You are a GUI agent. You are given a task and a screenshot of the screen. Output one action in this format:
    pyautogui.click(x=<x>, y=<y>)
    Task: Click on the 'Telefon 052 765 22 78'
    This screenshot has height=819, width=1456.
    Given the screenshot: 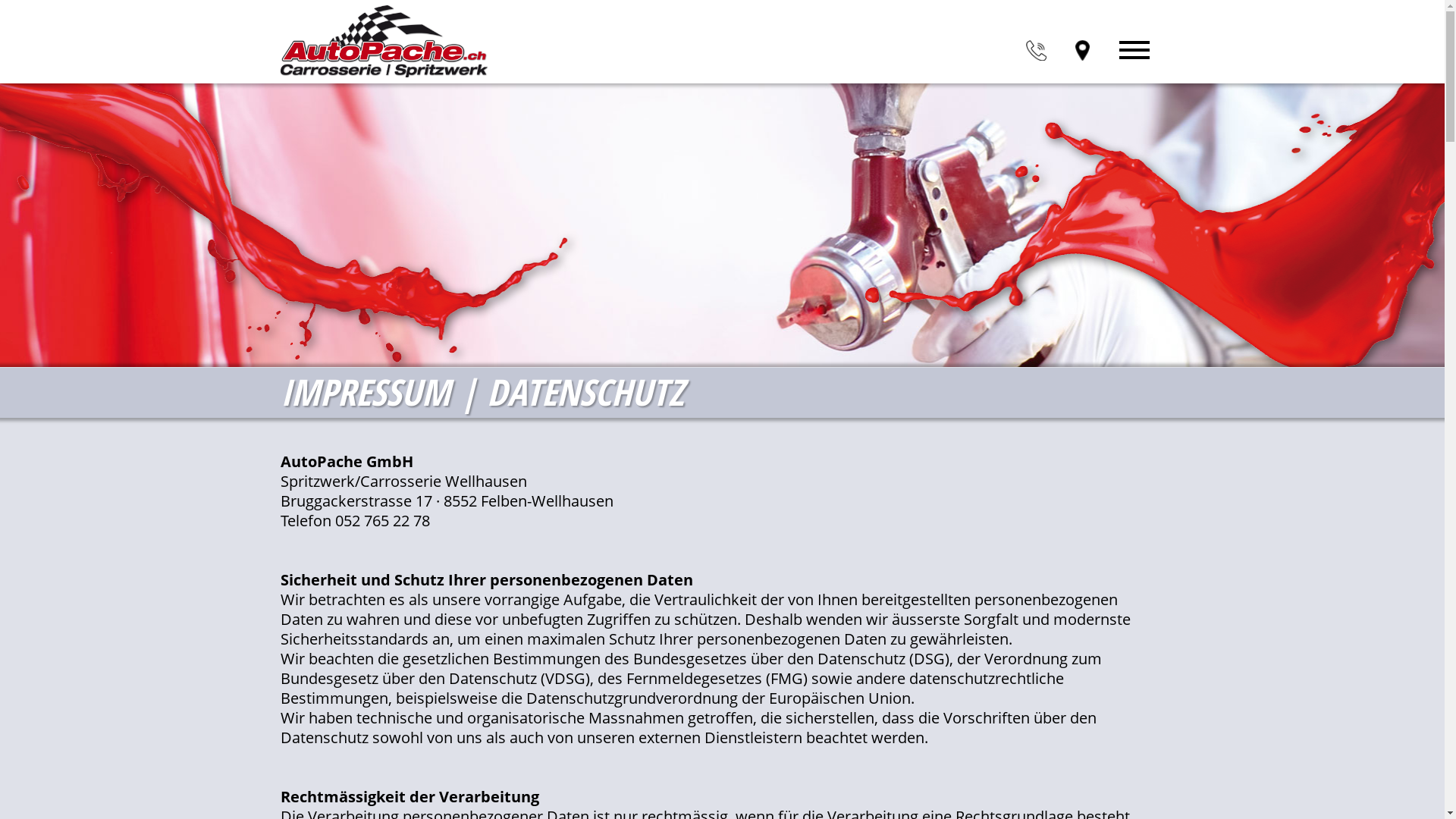 What is the action you would take?
    pyautogui.click(x=354, y=519)
    